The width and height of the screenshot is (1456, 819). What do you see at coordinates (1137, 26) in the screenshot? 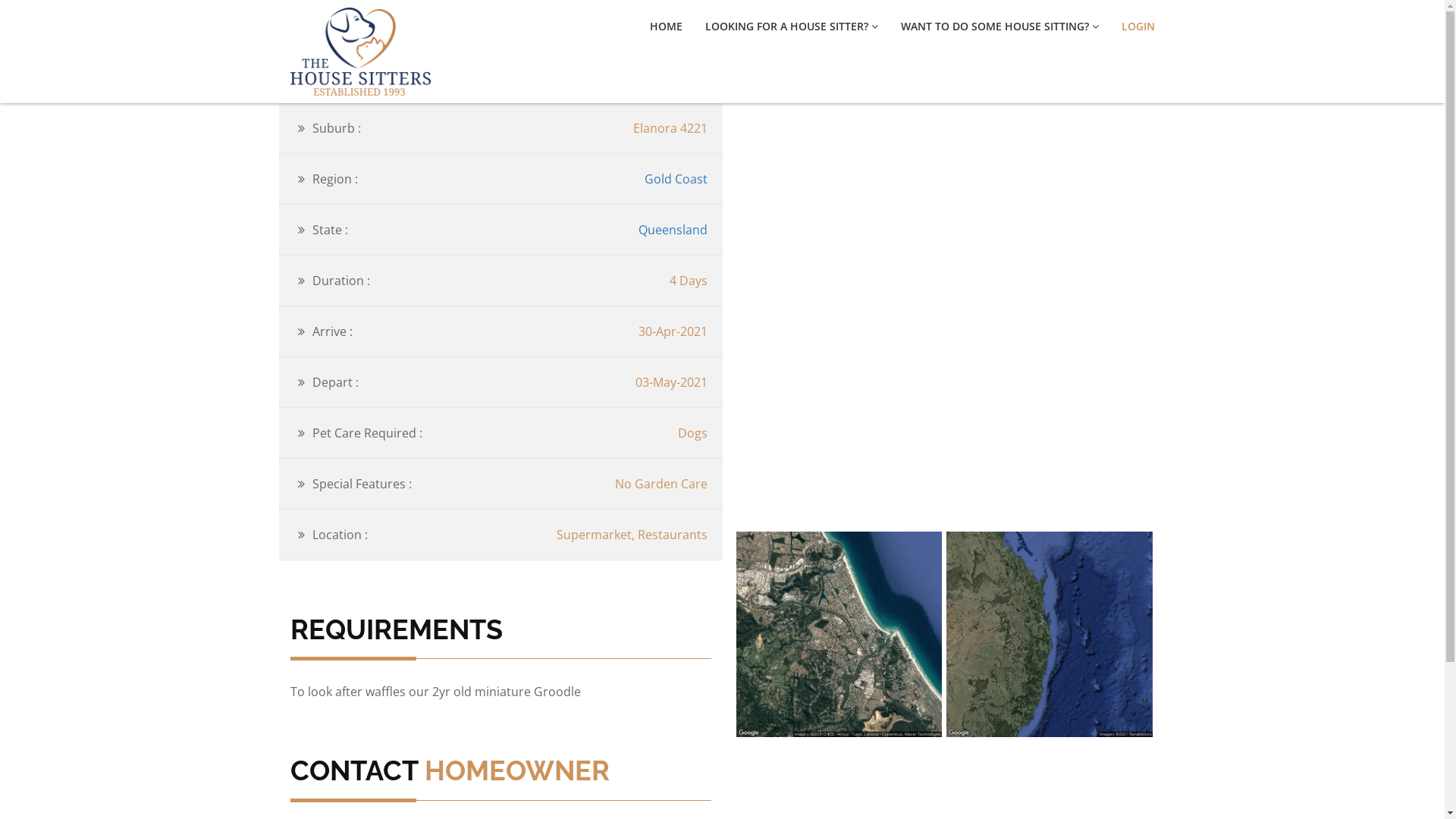
I see `'LOGIN'` at bounding box center [1137, 26].